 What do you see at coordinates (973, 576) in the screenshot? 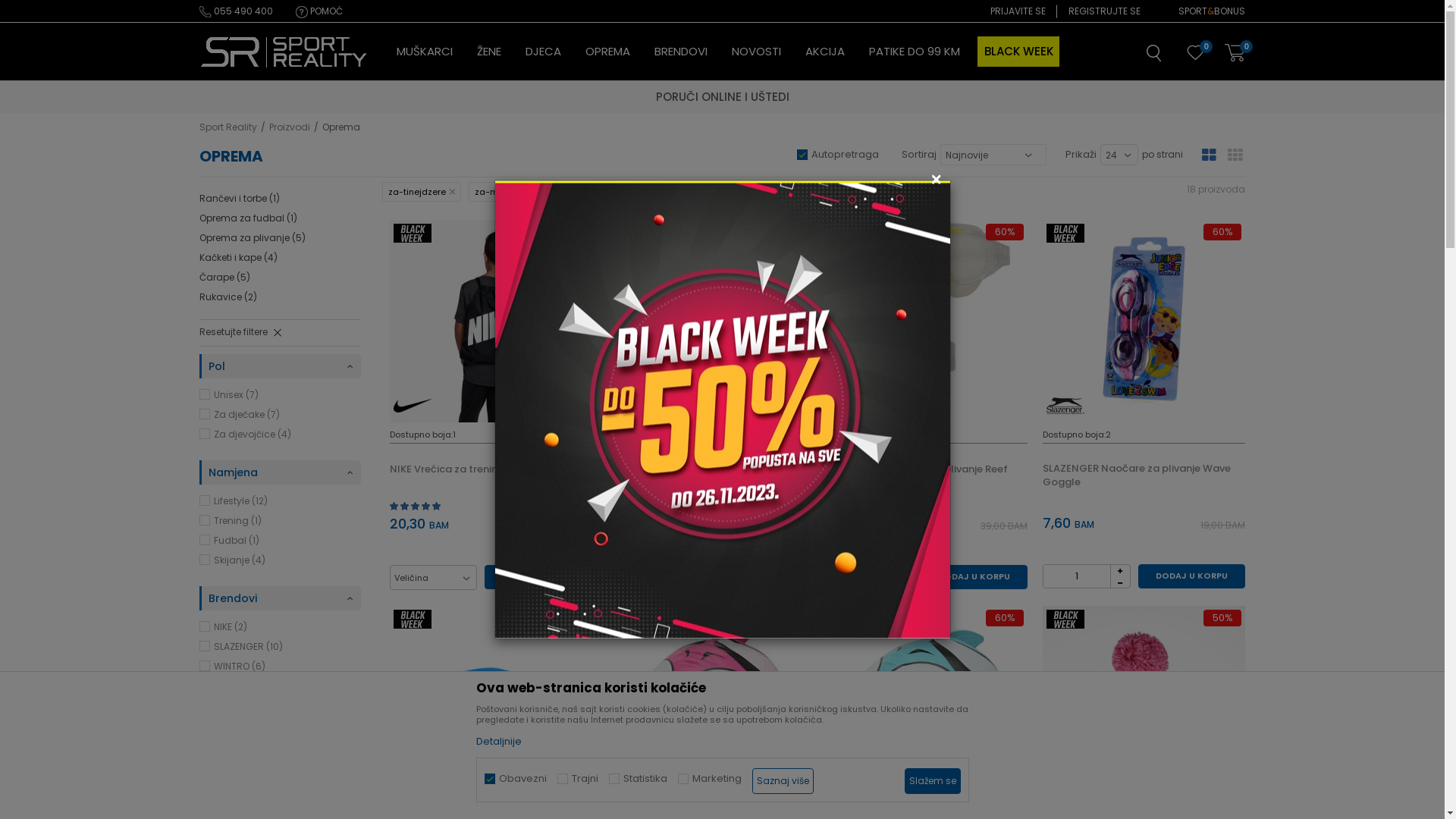
I see `'DODAJ U KORPU'` at bounding box center [973, 576].